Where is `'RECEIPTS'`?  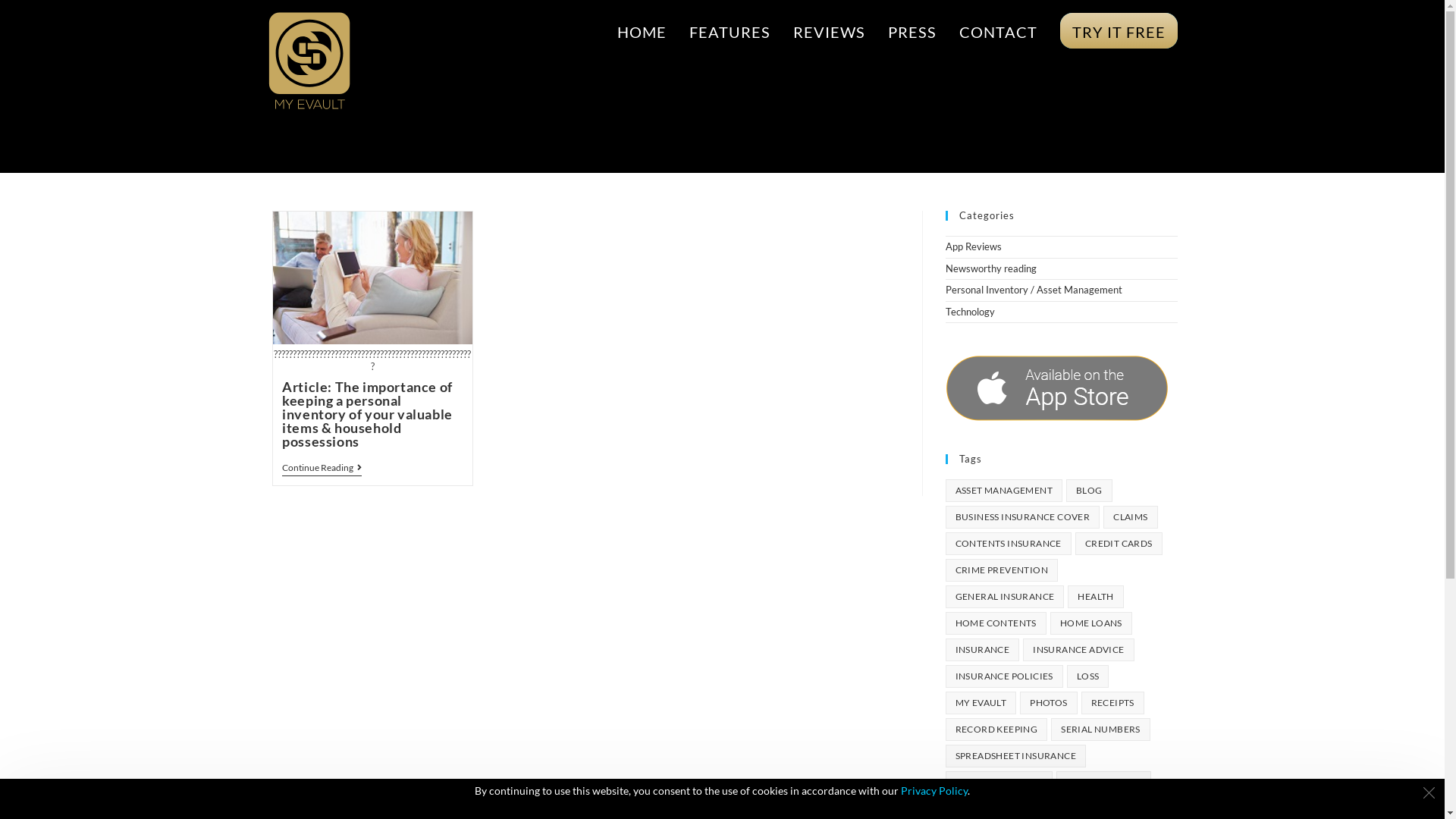 'RECEIPTS' is located at coordinates (1112, 702).